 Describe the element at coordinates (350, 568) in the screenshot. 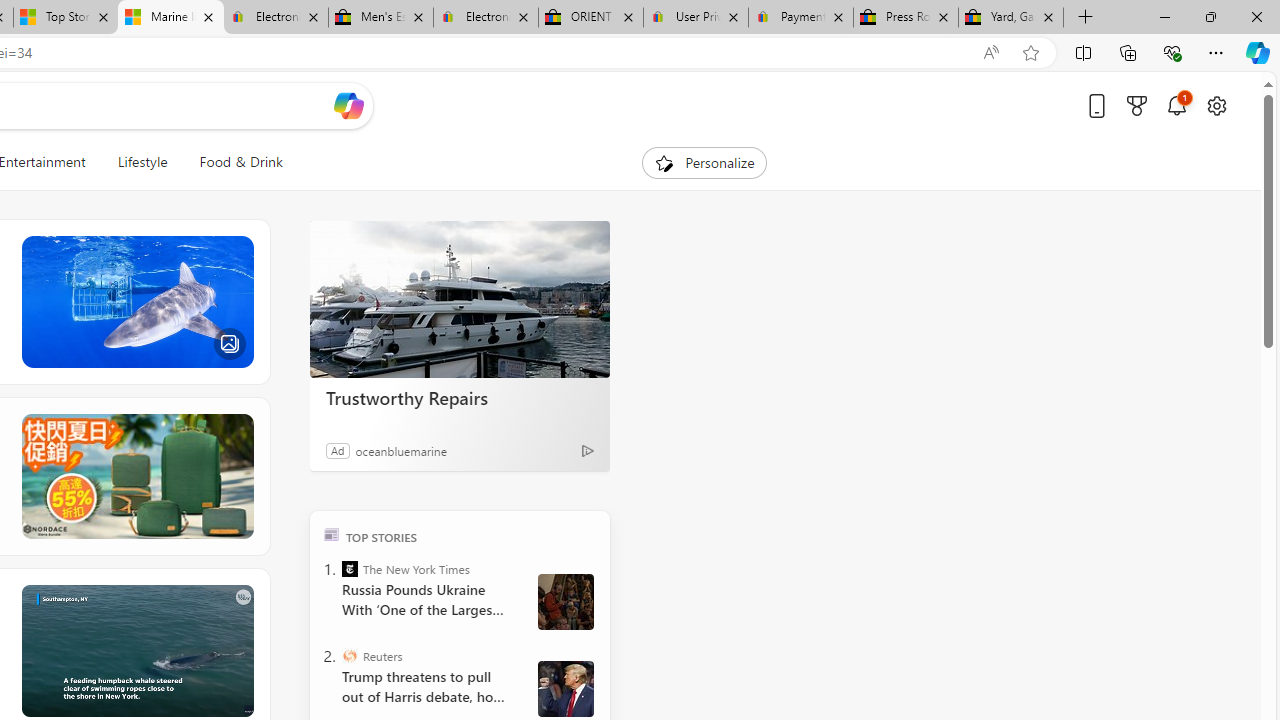

I see `'The New York Times'` at that location.